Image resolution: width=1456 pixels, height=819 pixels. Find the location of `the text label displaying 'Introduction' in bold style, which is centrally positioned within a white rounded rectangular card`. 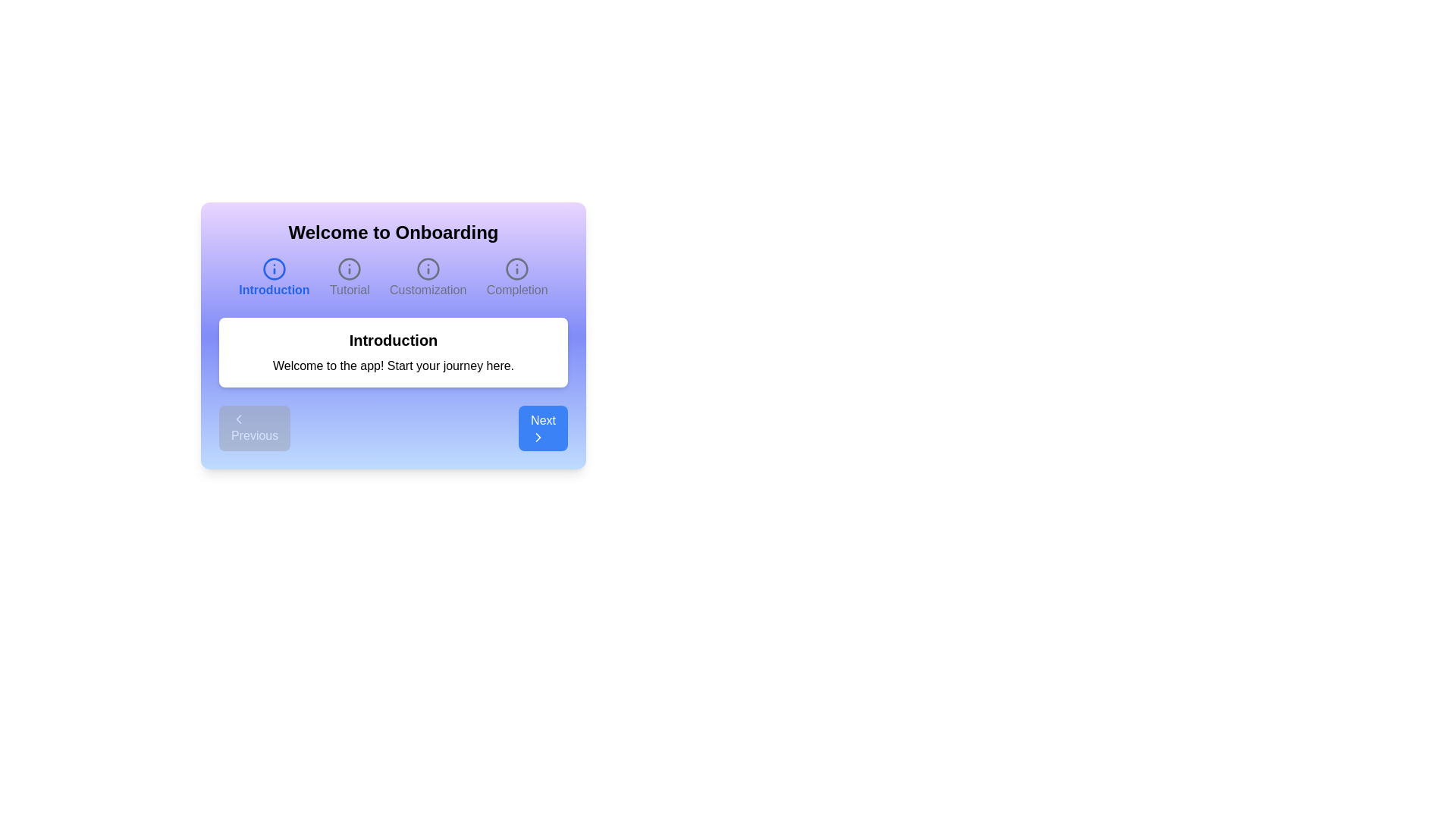

the text label displaying 'Introduction' in bold style, which is centrally positioned within a white rounded rectangular card is located at coordinates (393, 339).